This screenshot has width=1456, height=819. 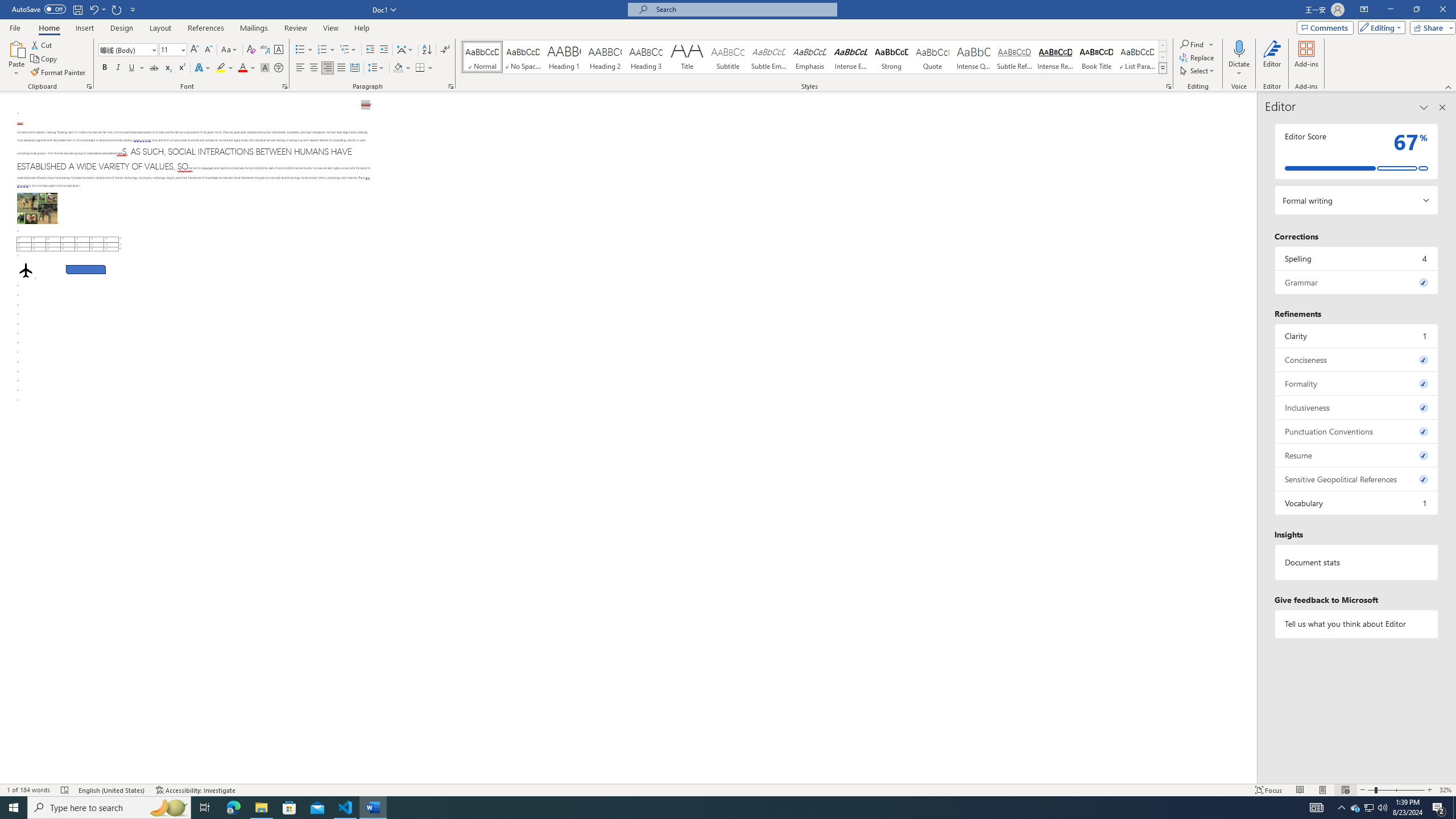 I want to click on 'Tell us what you think about Editor', so click(x=1356, y=623).